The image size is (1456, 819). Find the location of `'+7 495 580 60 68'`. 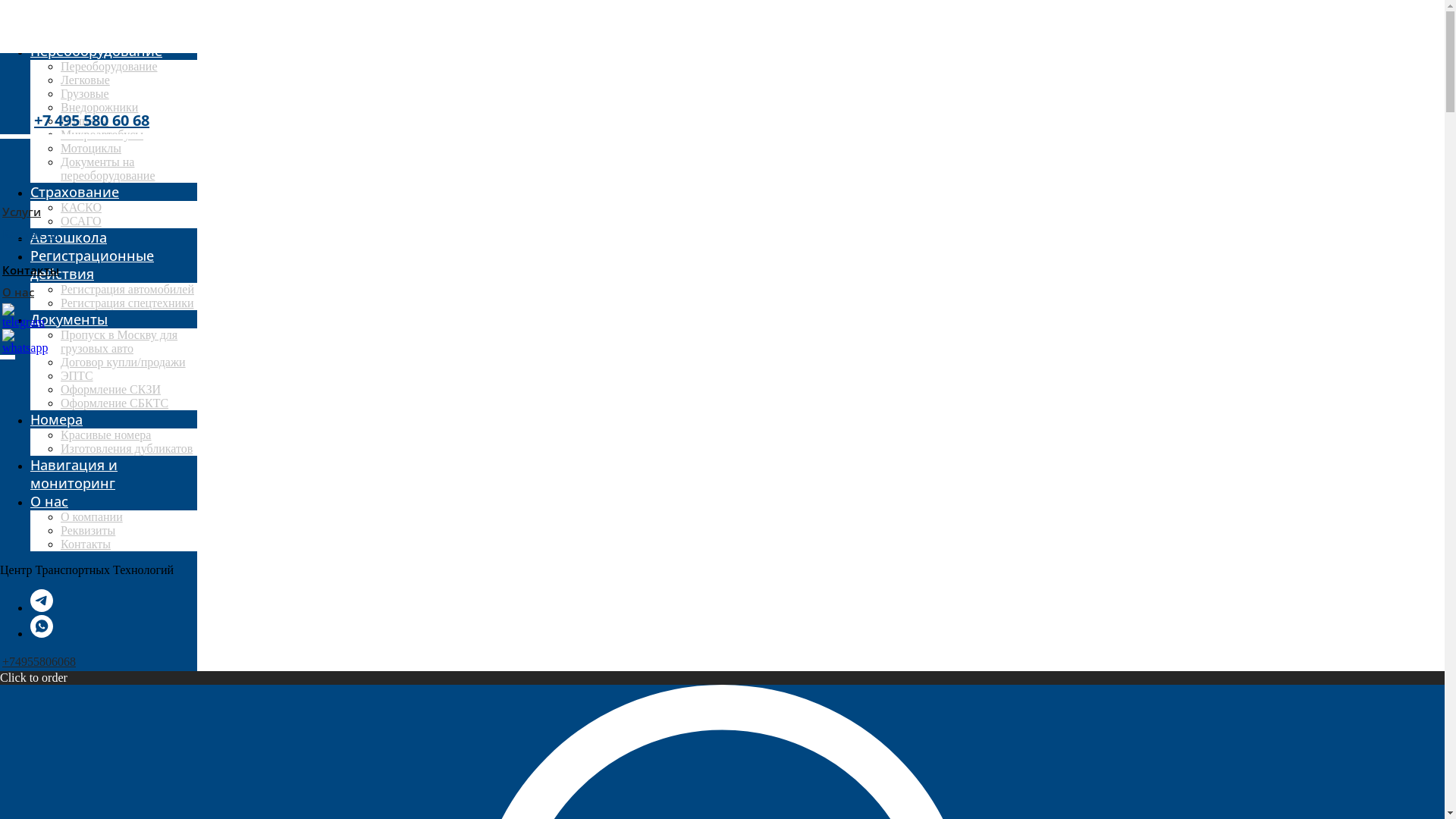

'+7 495 580 60 68' is located at coordinates (90, 119).